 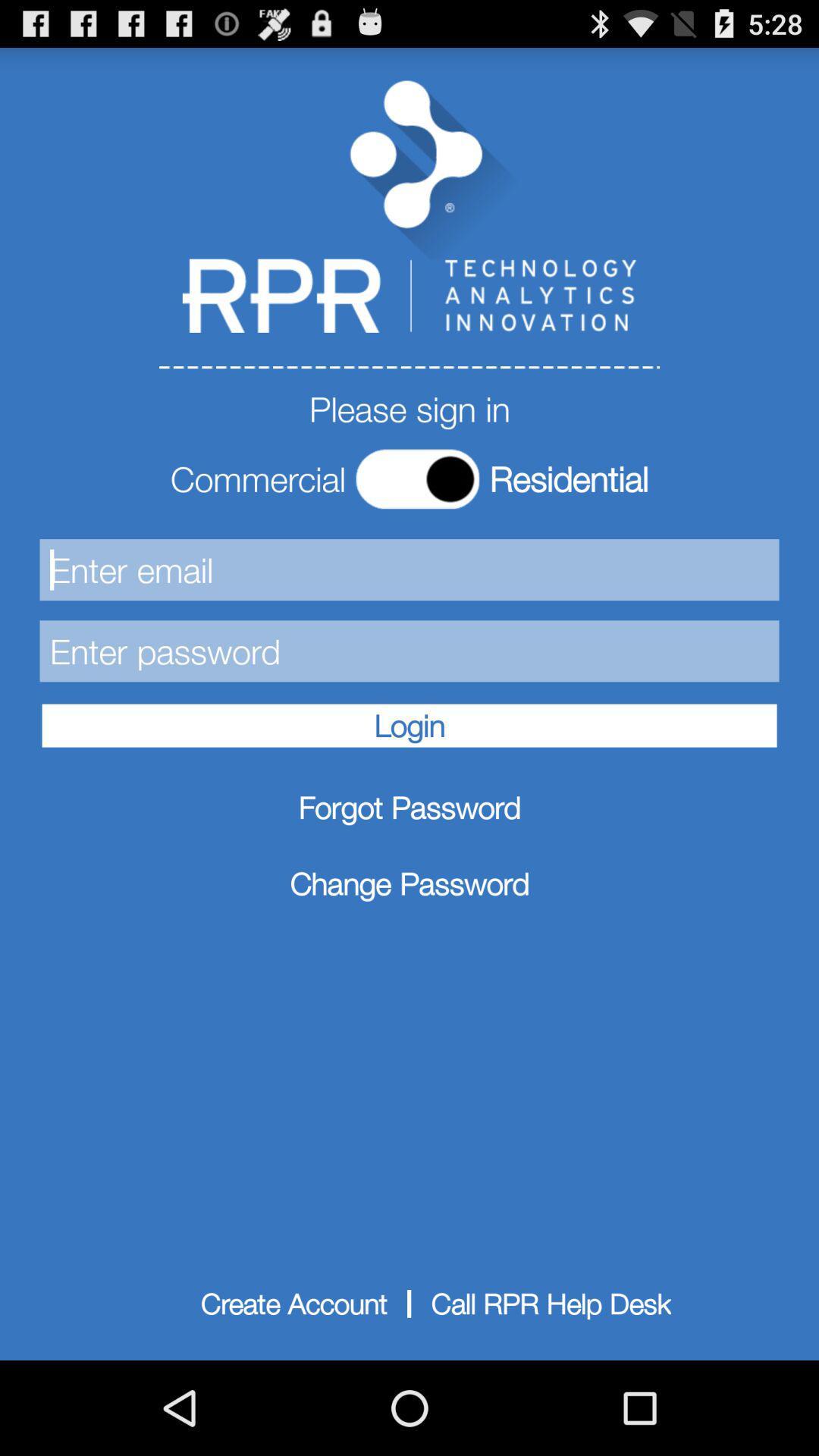 I want to click on option below forgot password, so click(x=409, y=883).